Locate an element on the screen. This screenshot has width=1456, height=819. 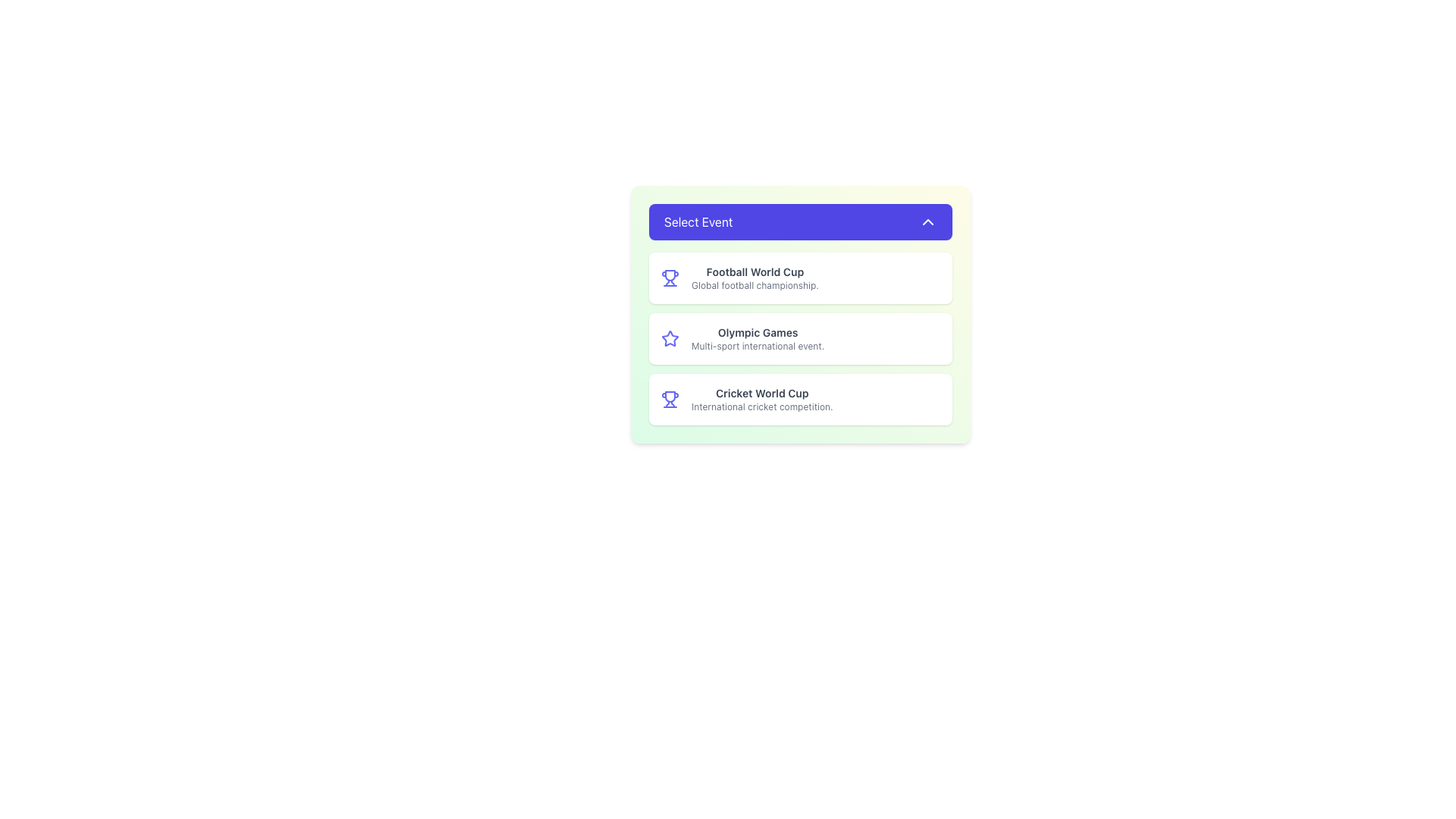
to select the second item in the list, which features a blue star icon and the title 'Olympic Games' is located at coordinates (800, 338).